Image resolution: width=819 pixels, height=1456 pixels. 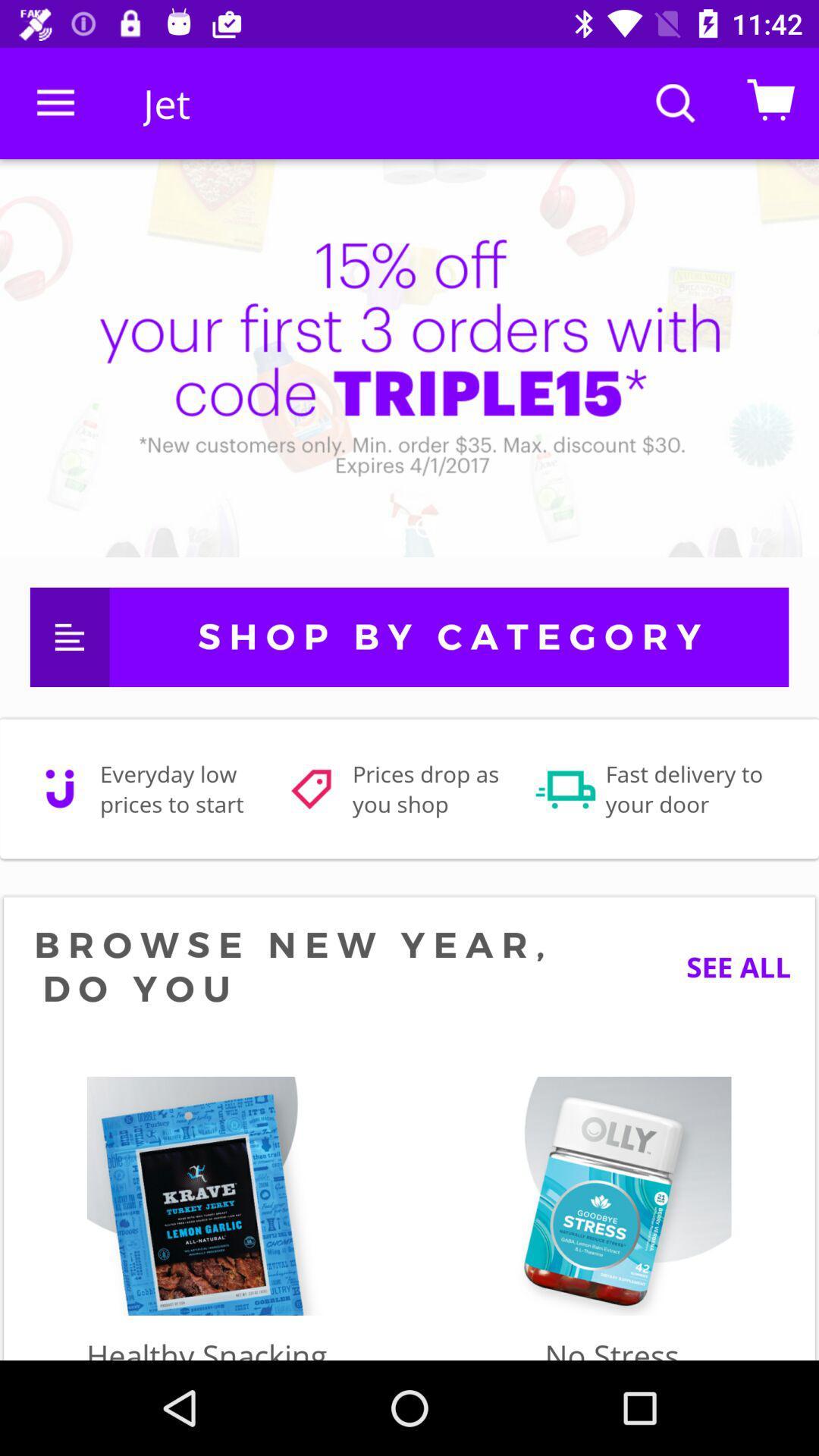 What do you see at coordinates (55, 102) in the screenshot?
I see `item next to jet icon` at bounding box center [55, 102].